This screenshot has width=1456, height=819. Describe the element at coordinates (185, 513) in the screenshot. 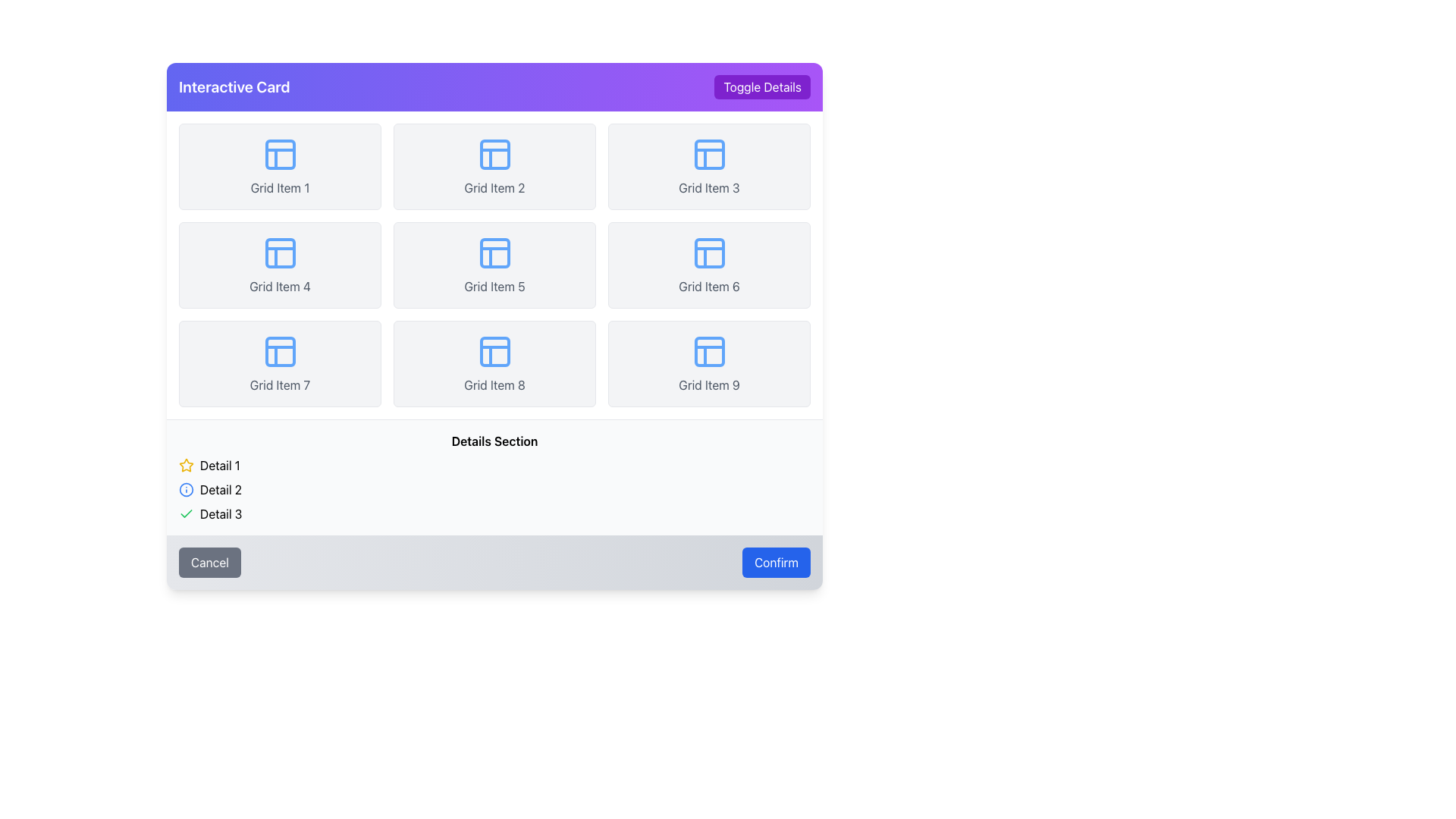

I see `the state of the checkmark icon that indicates 'Detail 2' is confirmed or selected, located in the second row of the details section` at that location.